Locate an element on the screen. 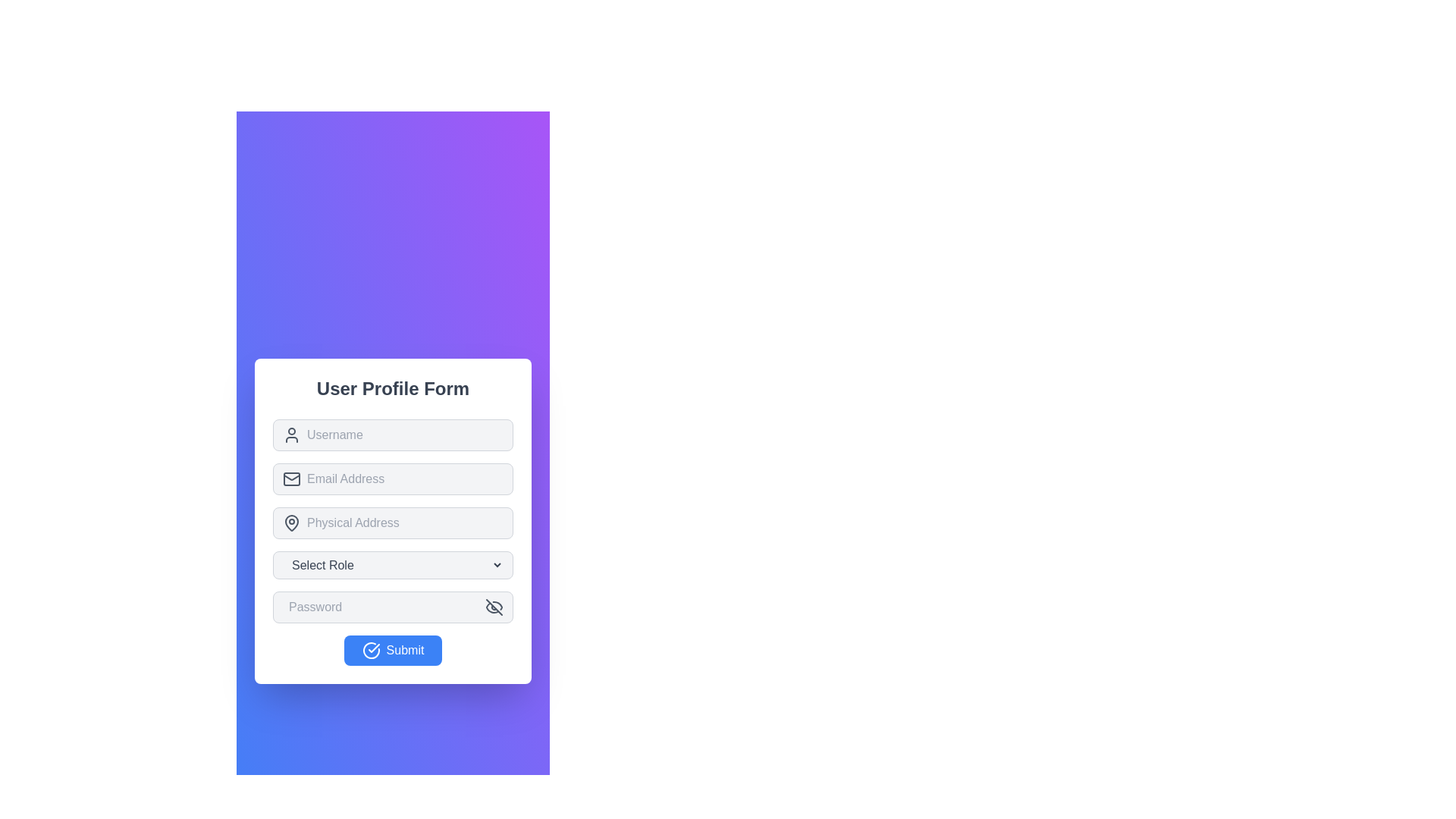 The image size is (1456, 819). the 'Submit' button located below the input fields is located at coordinates (393, 649).